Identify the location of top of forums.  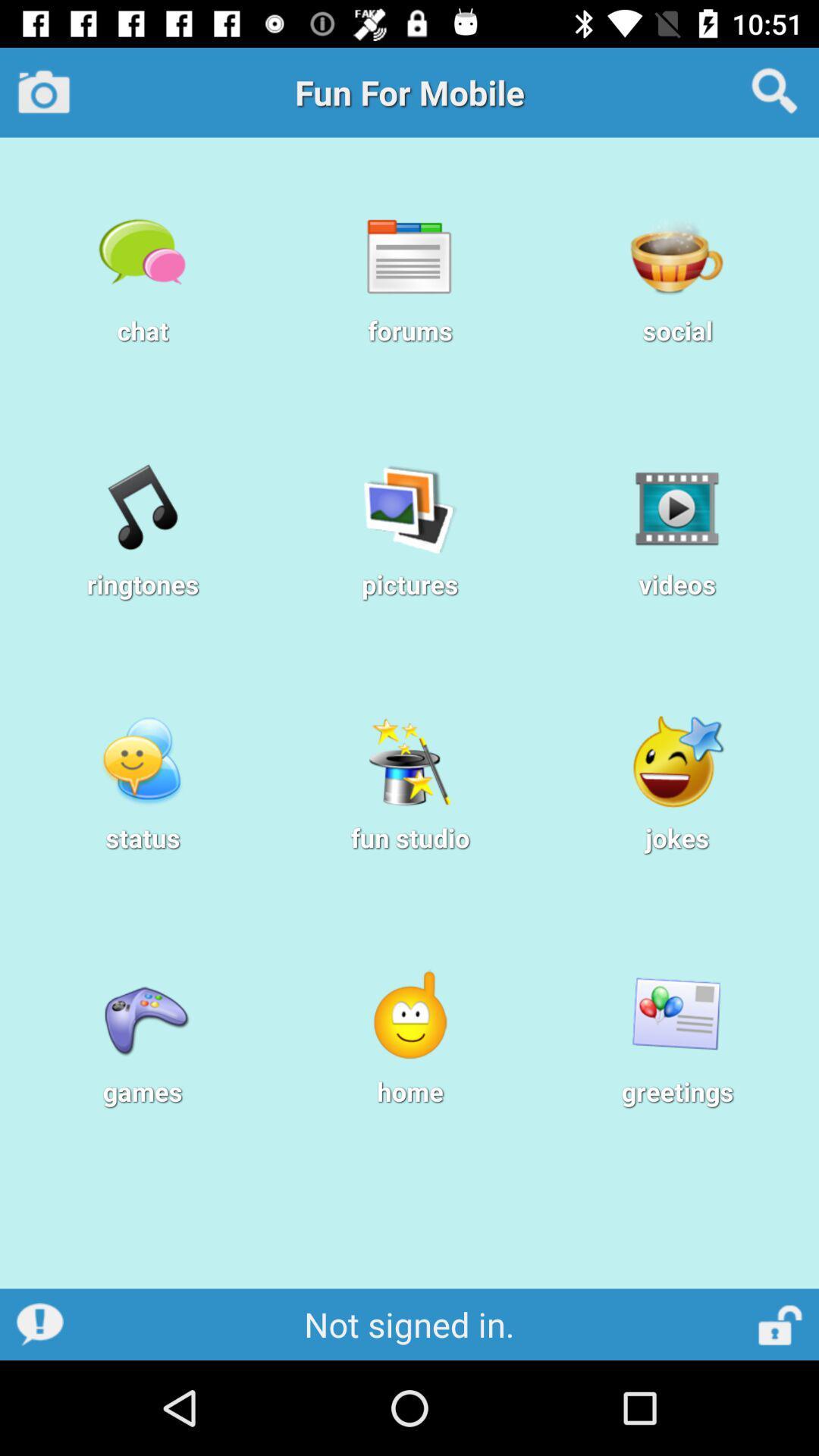
(409, 255).